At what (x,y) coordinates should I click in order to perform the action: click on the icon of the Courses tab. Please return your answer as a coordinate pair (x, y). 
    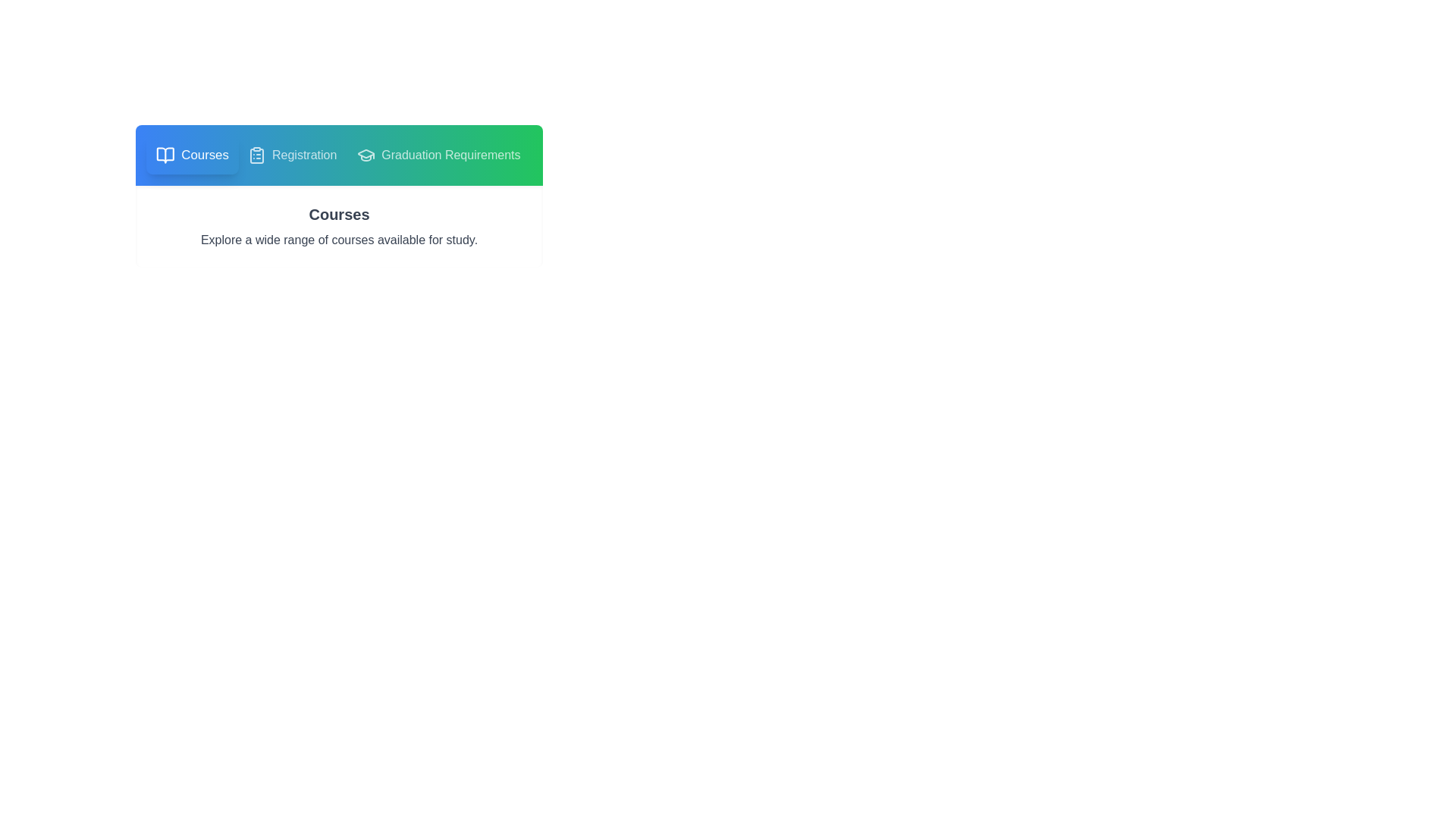
    Looking at the image, I should click on (165, 155).